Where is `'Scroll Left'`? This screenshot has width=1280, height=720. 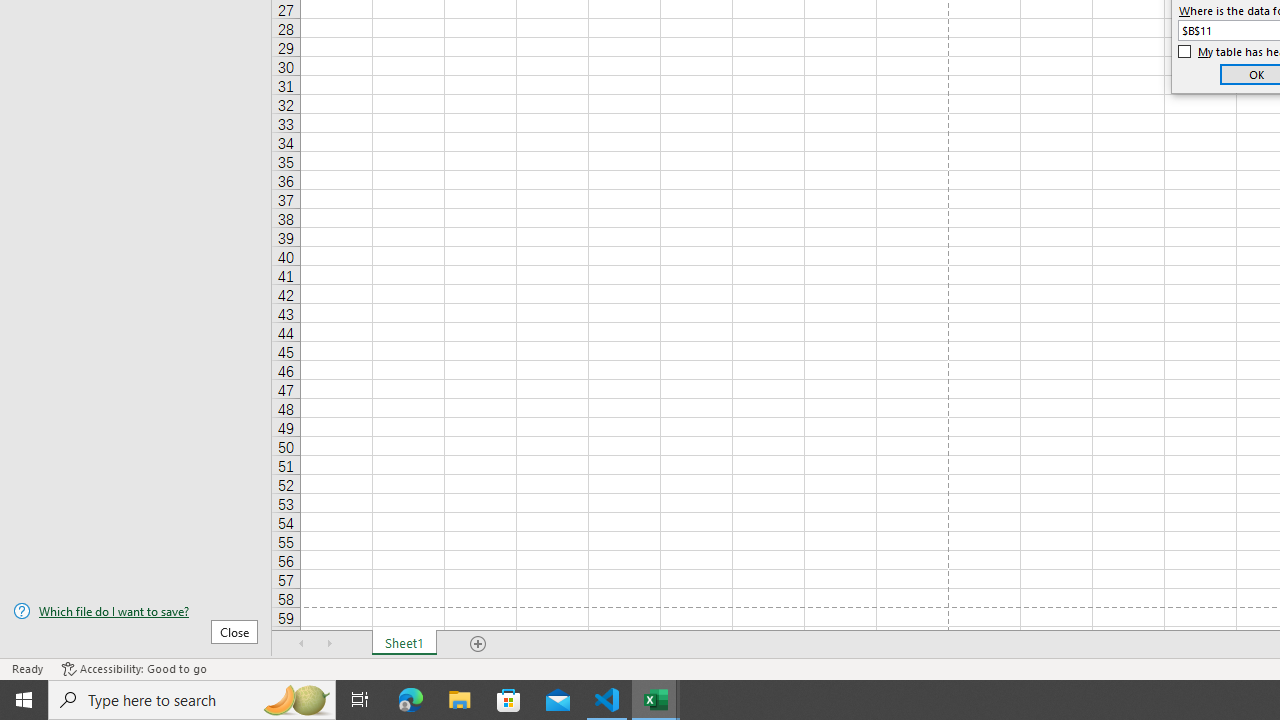
'Scroll Left' is located at coordinates (301, 644).